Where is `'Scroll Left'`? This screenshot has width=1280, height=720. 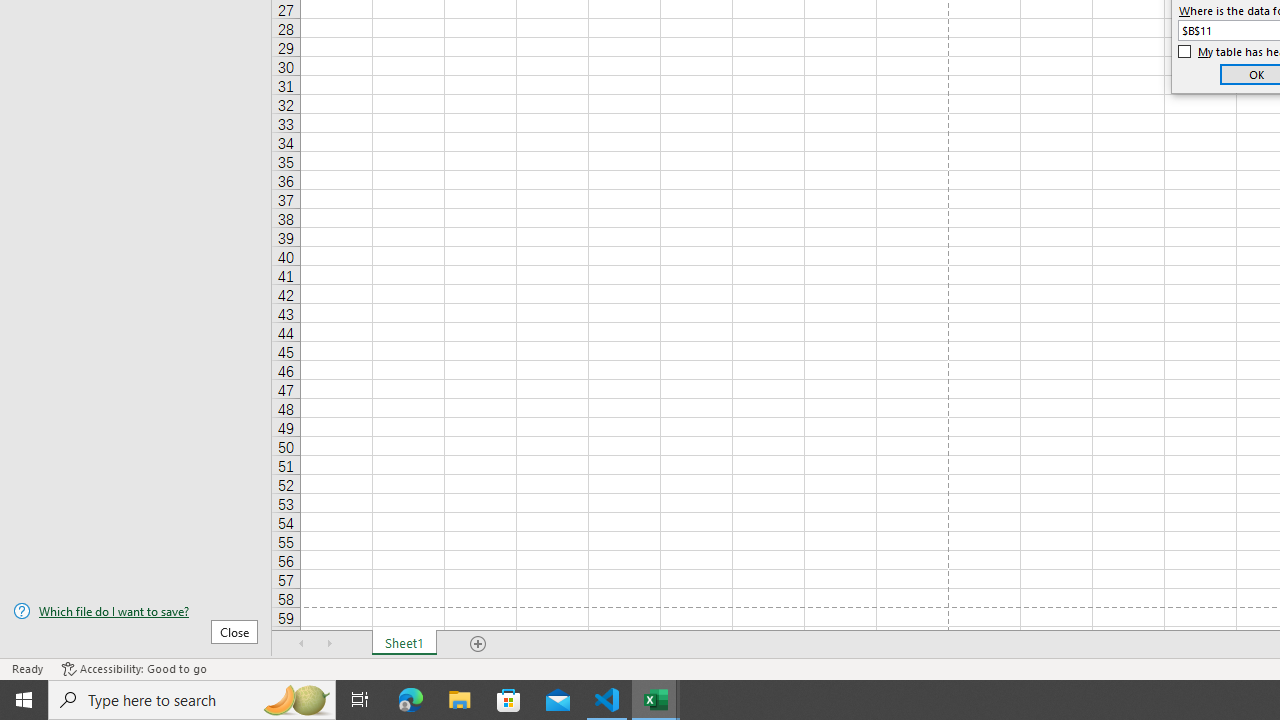
'Scroll Left' is located at coordinates (301, 644).